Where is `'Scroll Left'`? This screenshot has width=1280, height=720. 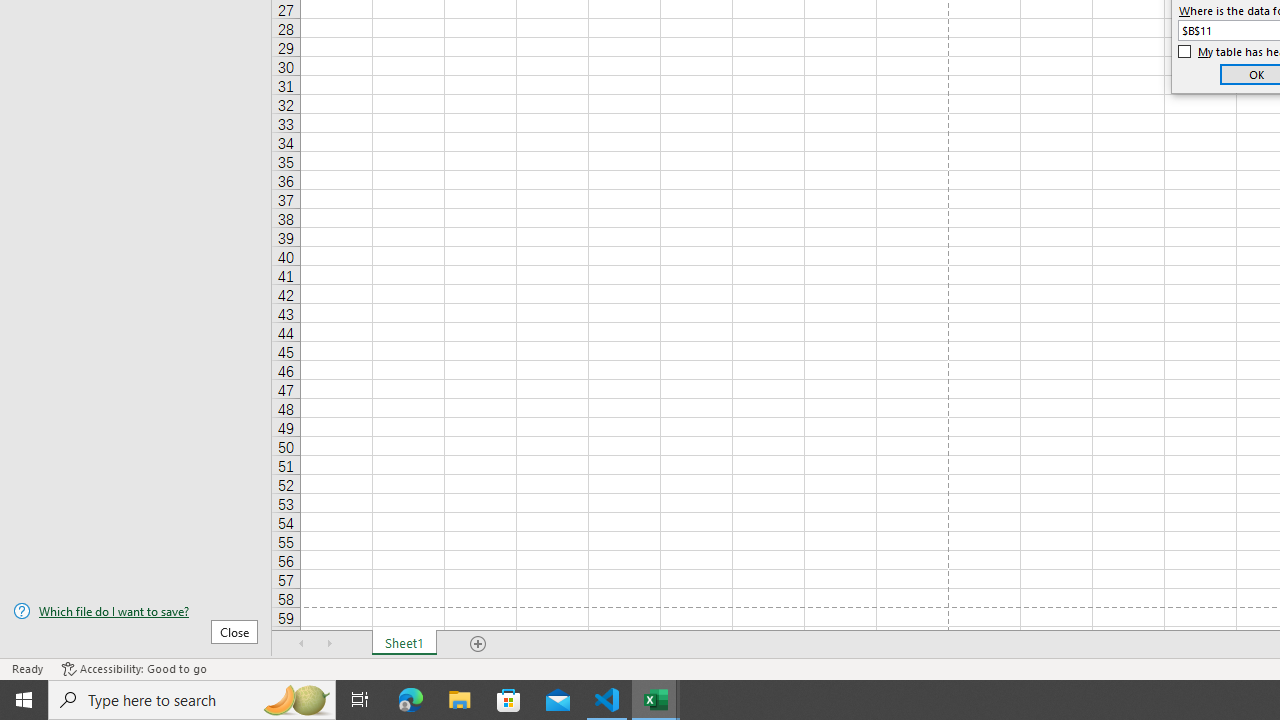
'Scroll Left' is located at coordinates (301, 644).